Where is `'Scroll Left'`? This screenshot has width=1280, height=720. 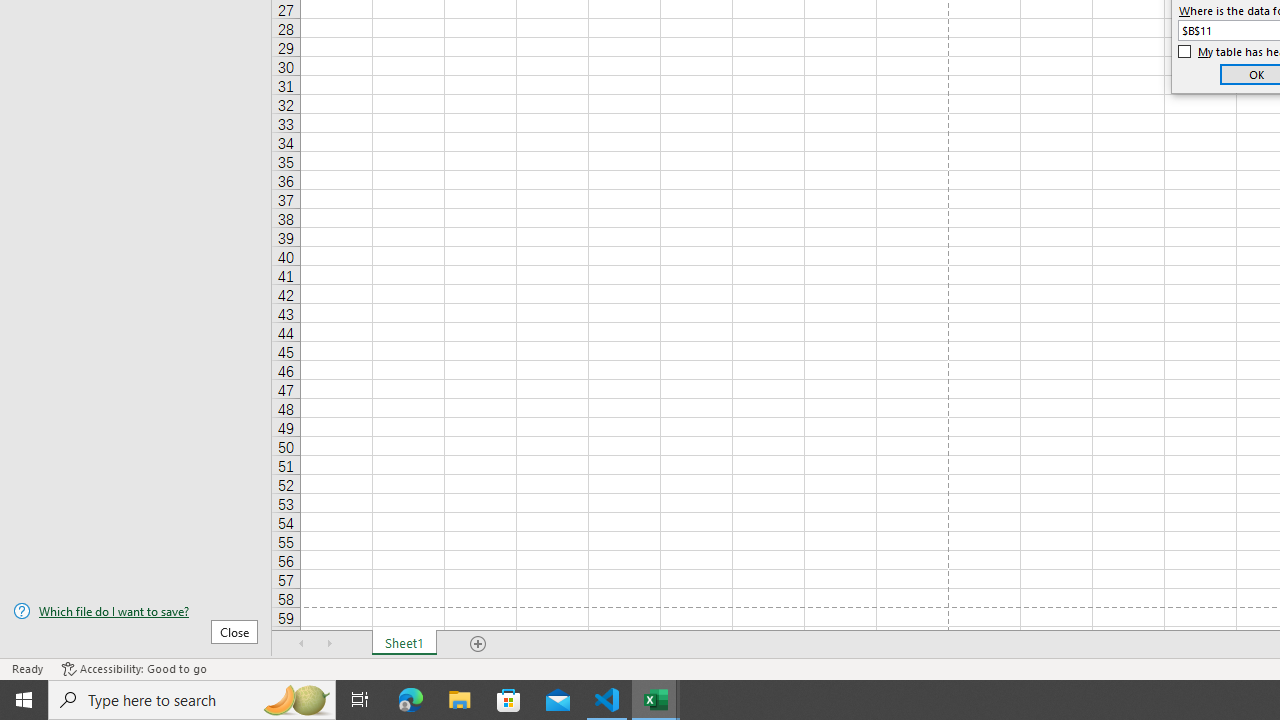
'Scroll Left' is located at coordinates (301, 644).